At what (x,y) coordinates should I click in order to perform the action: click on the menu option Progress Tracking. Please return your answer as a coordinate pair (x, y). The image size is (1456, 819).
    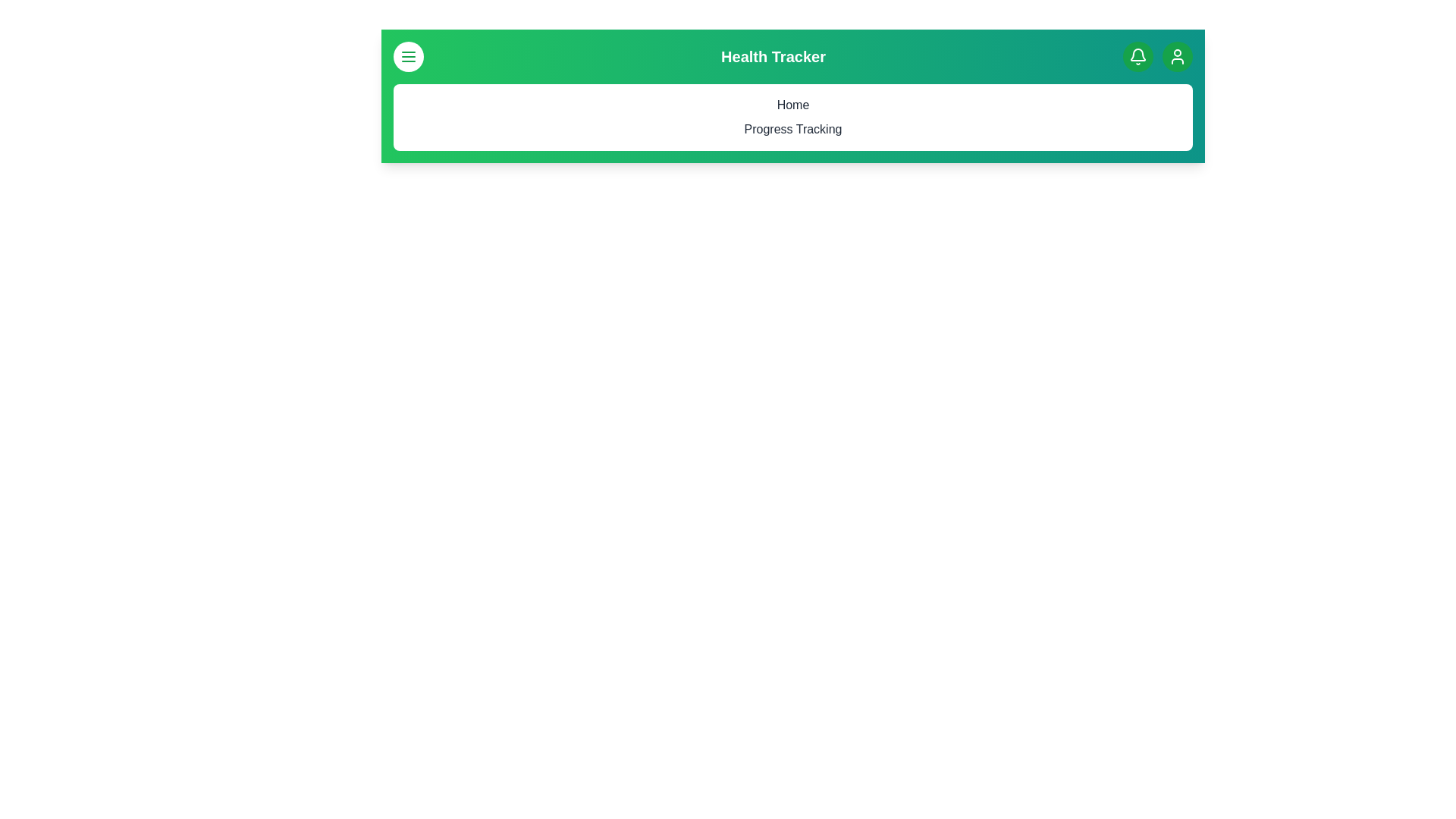
    Looking at the image, I should click on (792, 128).